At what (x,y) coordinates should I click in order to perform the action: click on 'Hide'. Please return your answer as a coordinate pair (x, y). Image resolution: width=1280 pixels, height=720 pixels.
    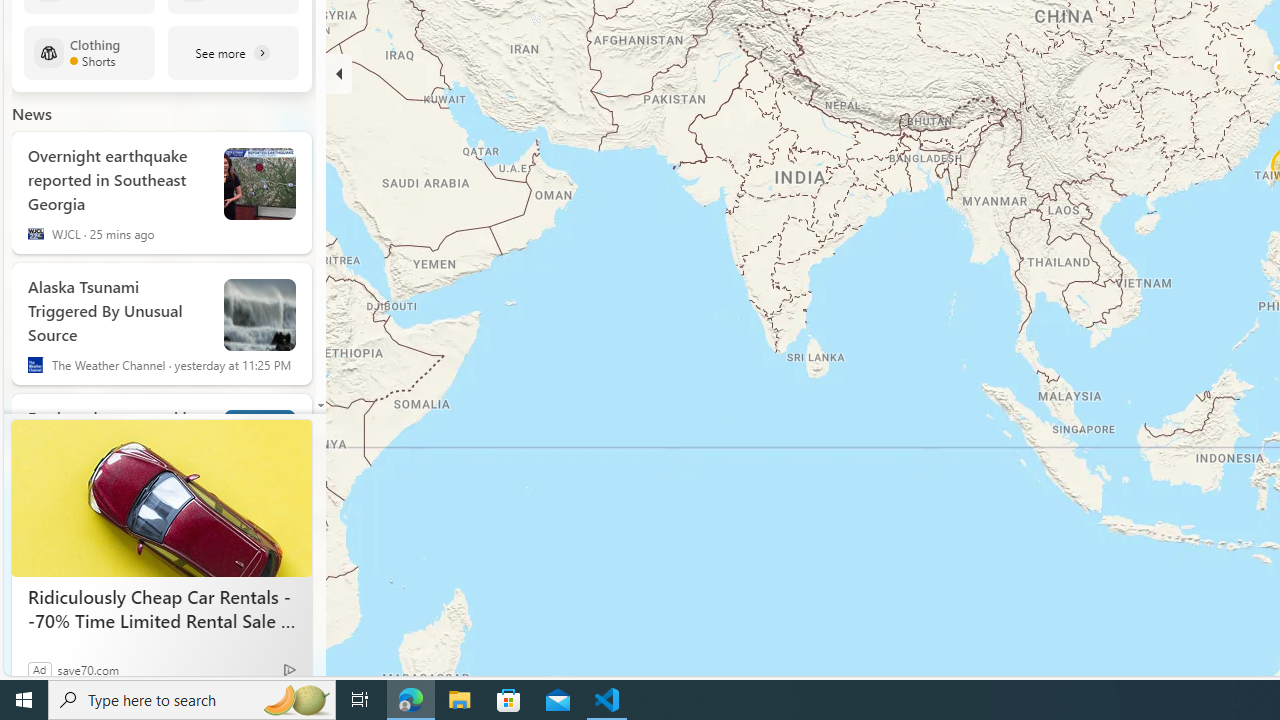
    Looking at the image, I should click on (339, 72).